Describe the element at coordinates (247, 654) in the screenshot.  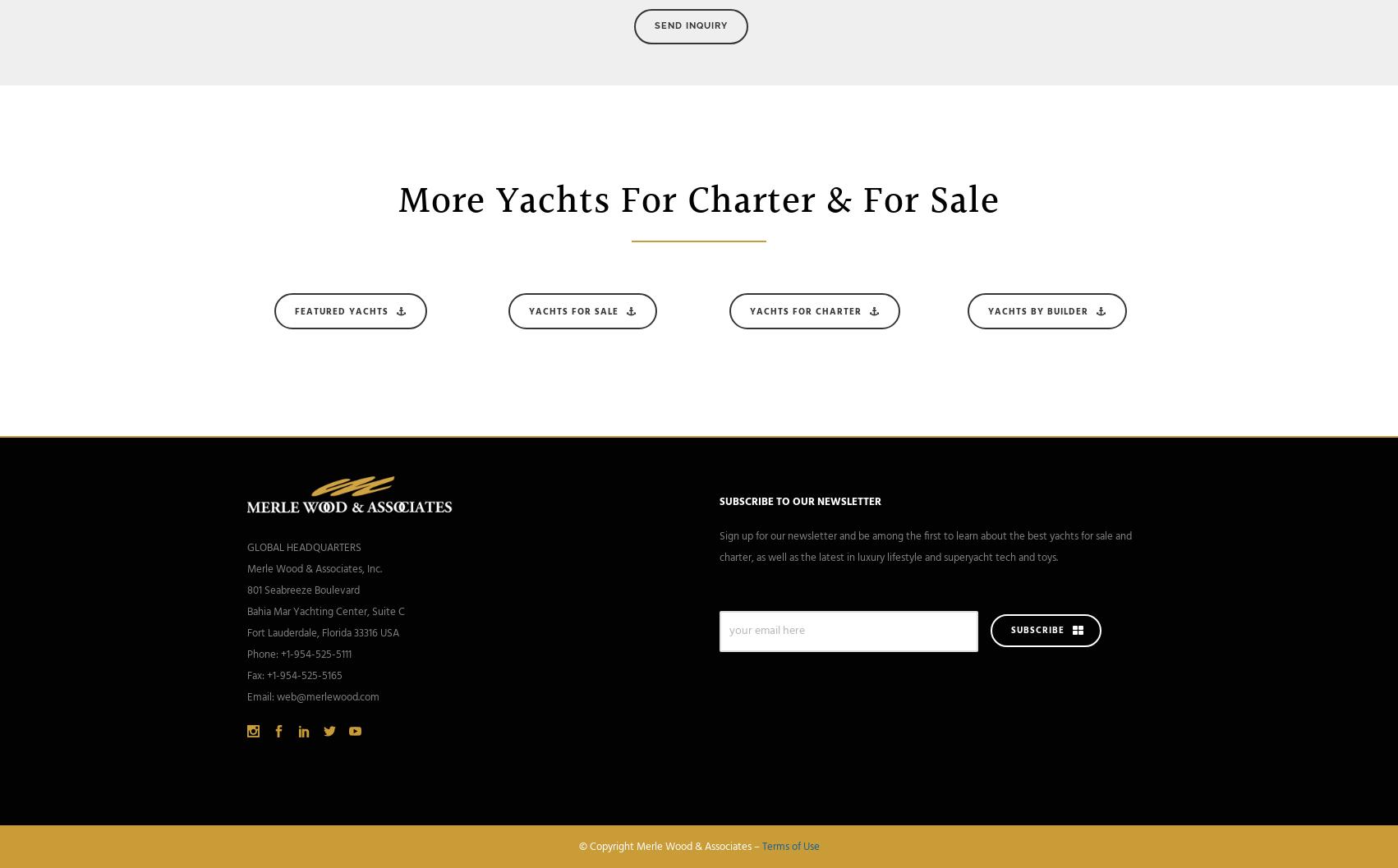
I see `'Phone: +1-954-525-5111'` at that location.